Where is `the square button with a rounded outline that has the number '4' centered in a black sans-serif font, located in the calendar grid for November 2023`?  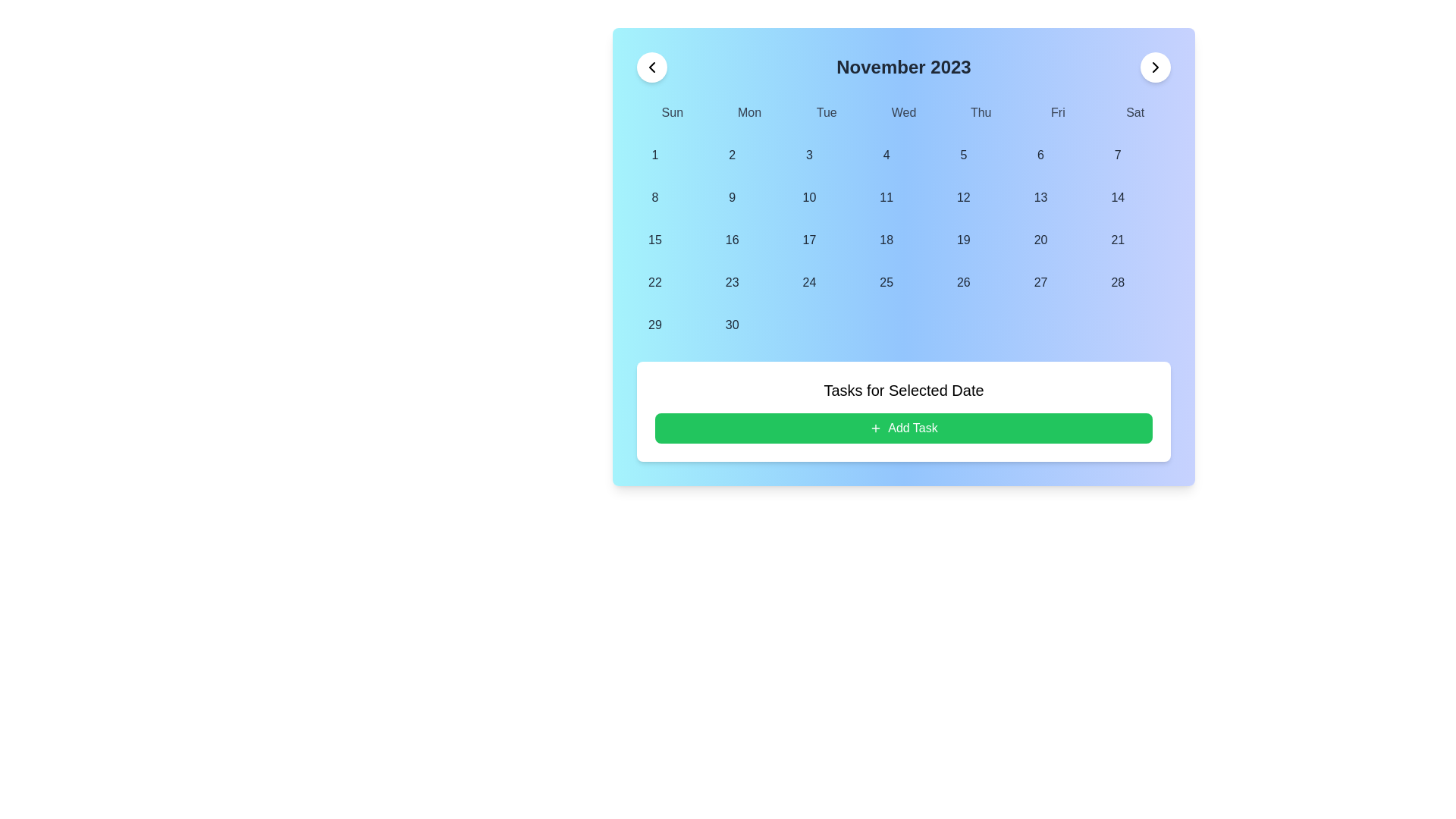
the square button with a rounded outline that has the number '4' centered in a black sans-serif font, located in the calendar grid for November 2023 is located at coordinates (886, 155).